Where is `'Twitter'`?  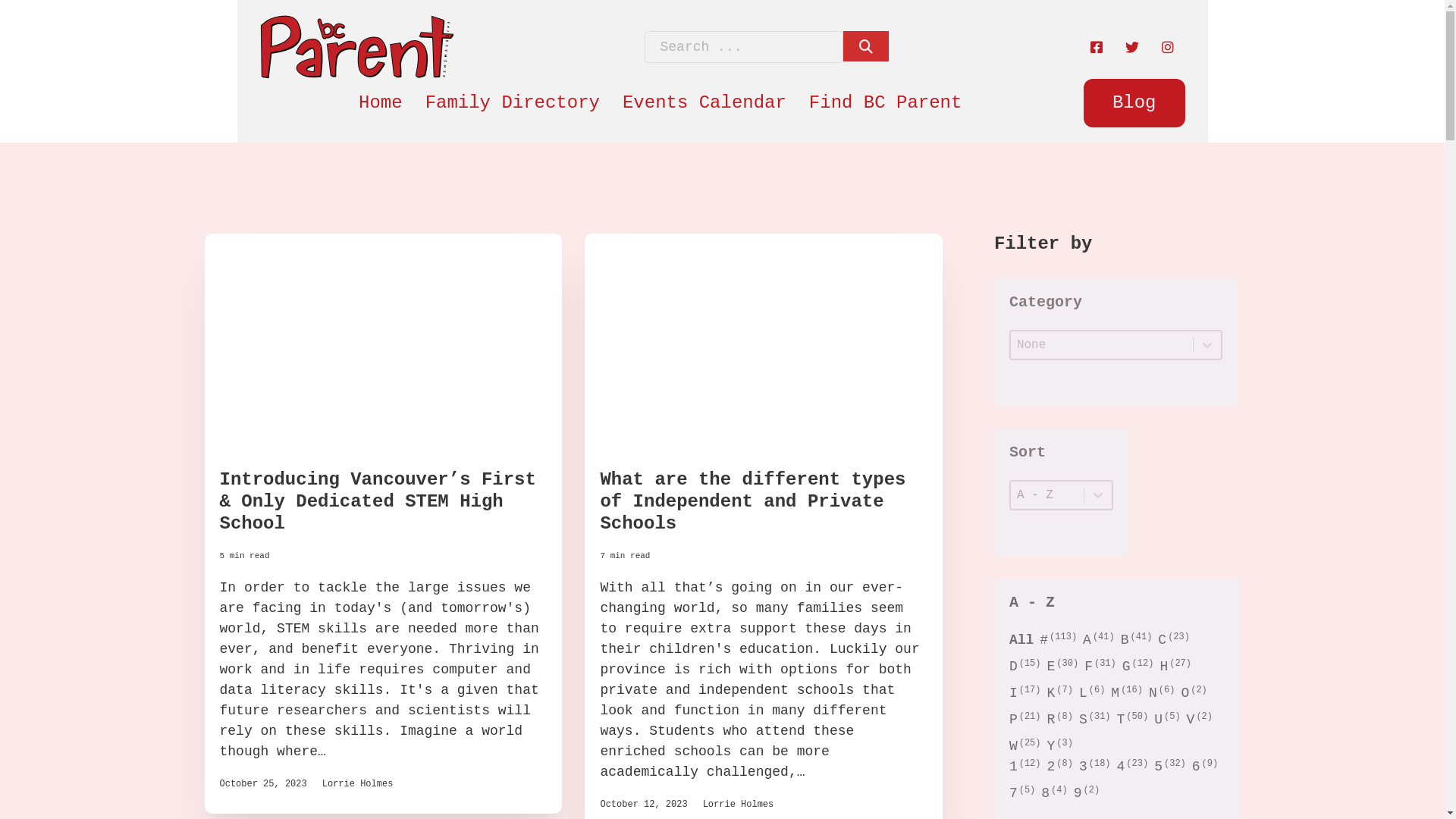 'Twitter' is located at coordinates (1131, 45).